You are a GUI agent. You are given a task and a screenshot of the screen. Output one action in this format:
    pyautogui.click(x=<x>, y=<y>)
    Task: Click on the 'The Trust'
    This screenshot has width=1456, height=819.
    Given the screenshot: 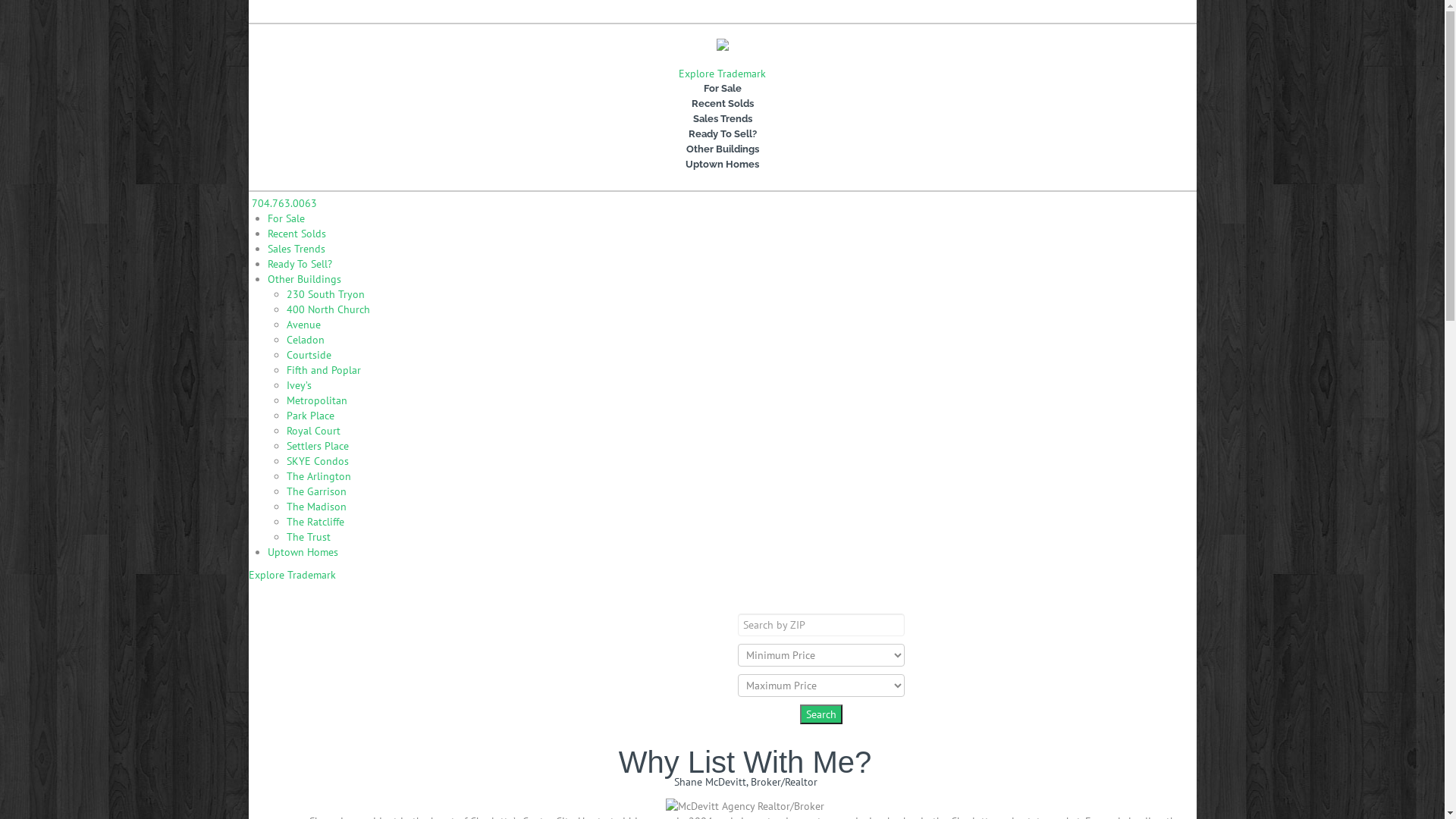 What is the action you would take?
    pyautogui.click(x=287, y=536)
    